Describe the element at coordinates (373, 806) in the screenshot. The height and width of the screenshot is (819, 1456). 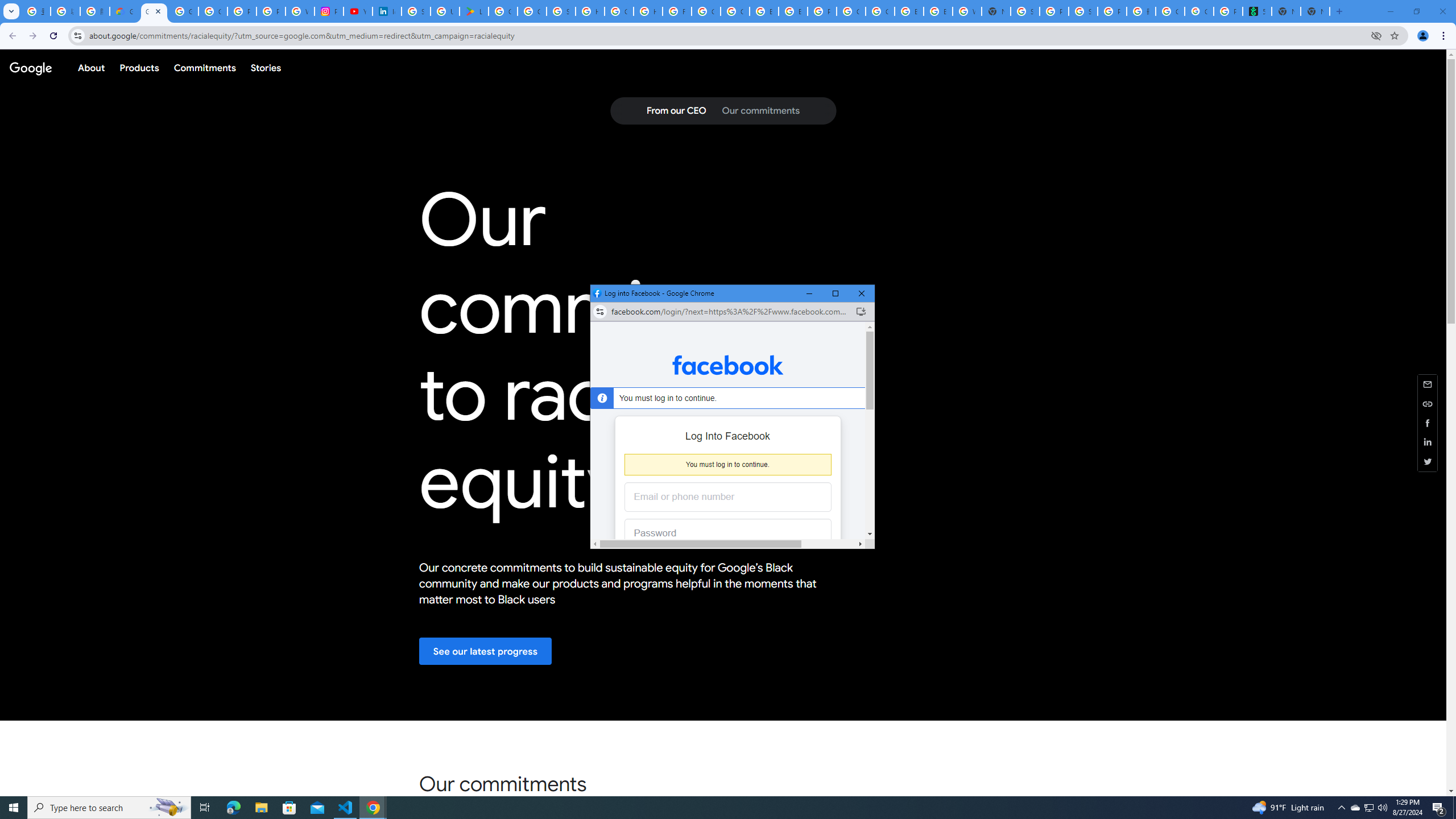
I see `'Google Chrome - 3 running windows'` at that location.